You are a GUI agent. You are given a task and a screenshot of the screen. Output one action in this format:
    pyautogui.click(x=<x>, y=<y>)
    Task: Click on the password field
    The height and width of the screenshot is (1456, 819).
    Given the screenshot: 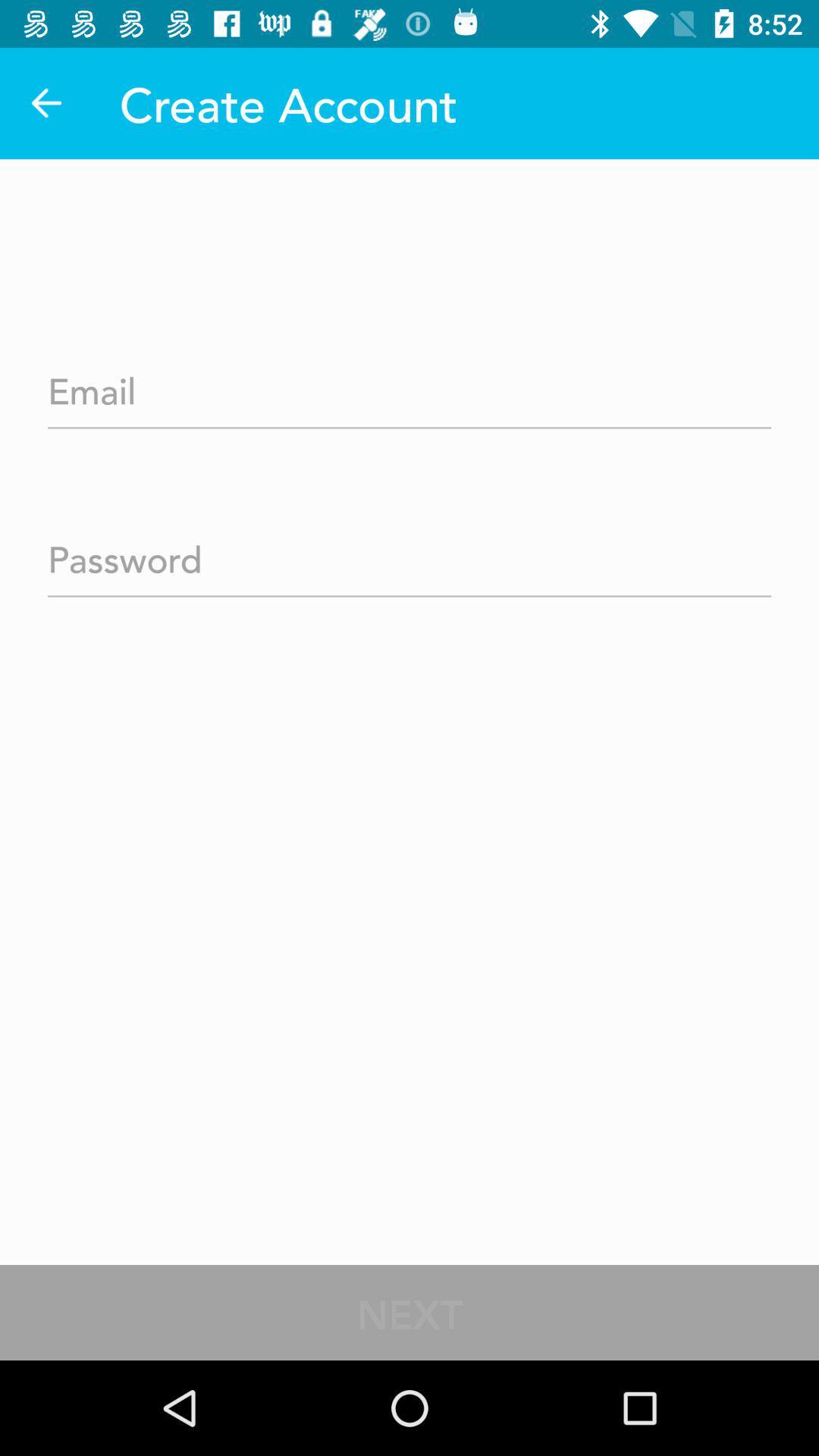 What is the action you would take?
    pyautogui.click(x=409, y=554)
    